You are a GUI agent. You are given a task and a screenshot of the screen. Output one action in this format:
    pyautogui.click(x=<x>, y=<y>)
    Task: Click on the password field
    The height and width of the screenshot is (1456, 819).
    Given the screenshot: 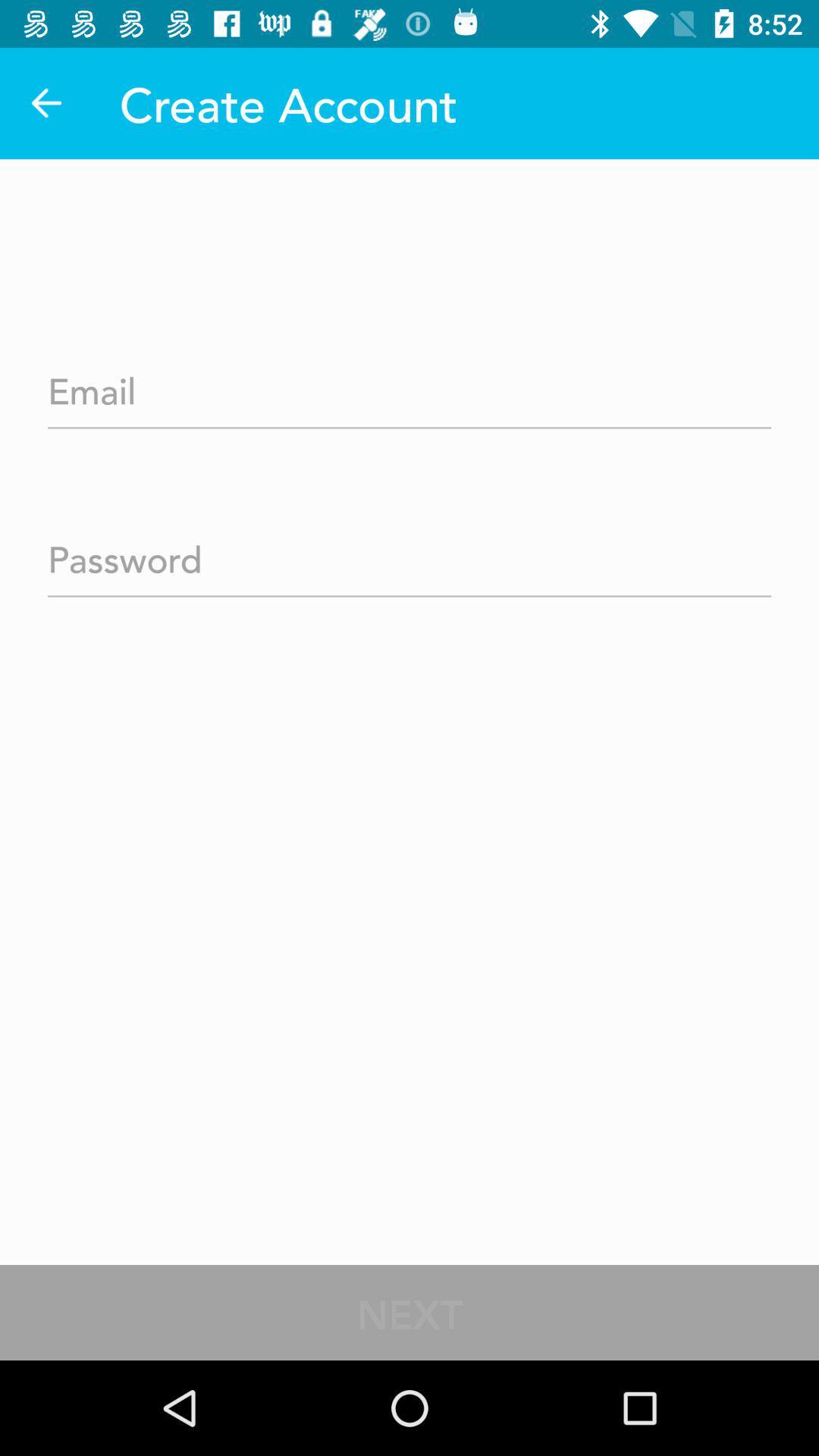 What is the action you would take?
    pyautogui.click(x=409, y=554)
    